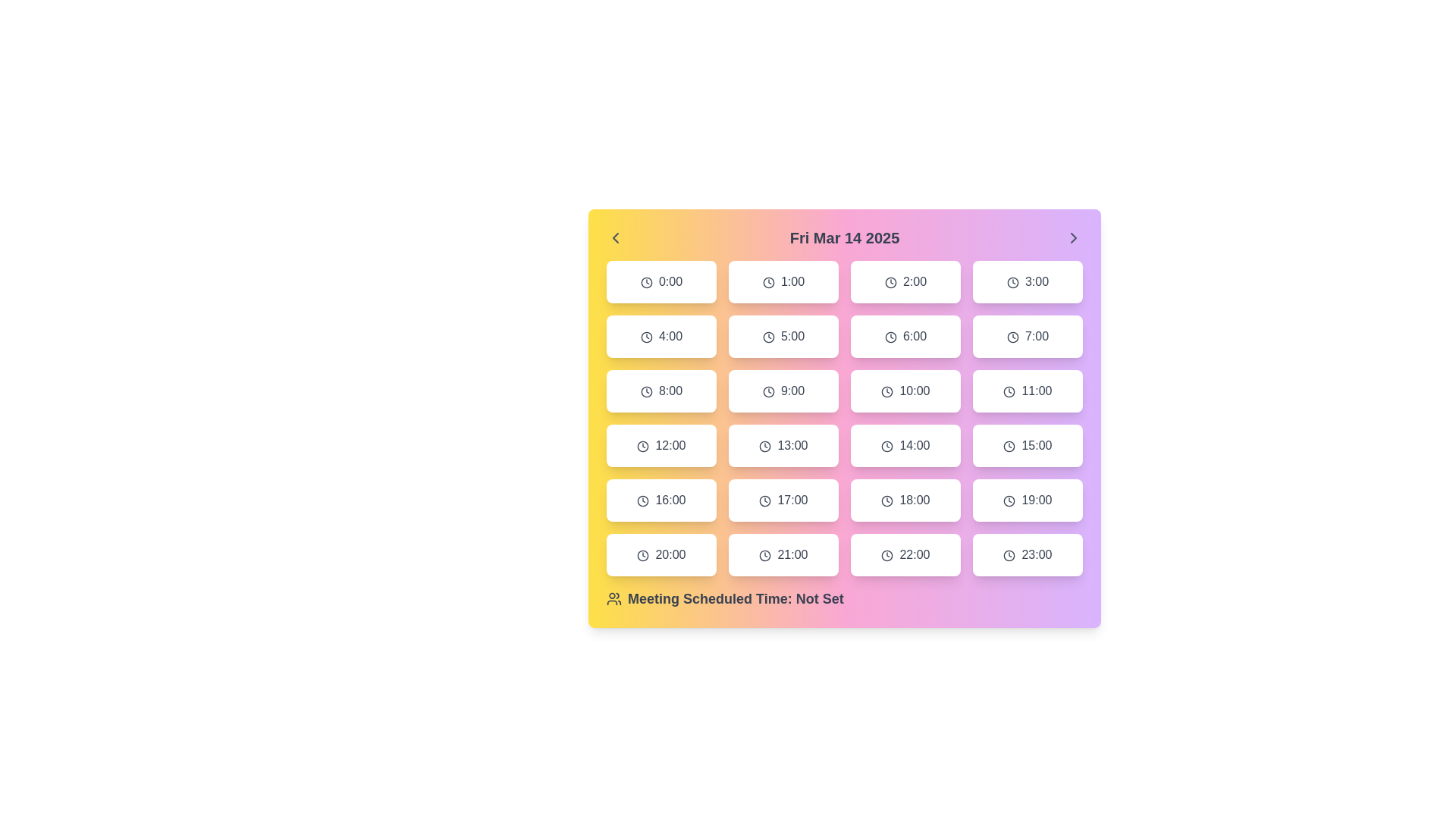 This screenshot has width=1456, height=819. Describe the element at coordinates (614, 598) in the screenshot. I see `the SVG icon representing a group of people, which is located to the left of the text 'Meeting Scheduled Time: Not Set'` at that location.